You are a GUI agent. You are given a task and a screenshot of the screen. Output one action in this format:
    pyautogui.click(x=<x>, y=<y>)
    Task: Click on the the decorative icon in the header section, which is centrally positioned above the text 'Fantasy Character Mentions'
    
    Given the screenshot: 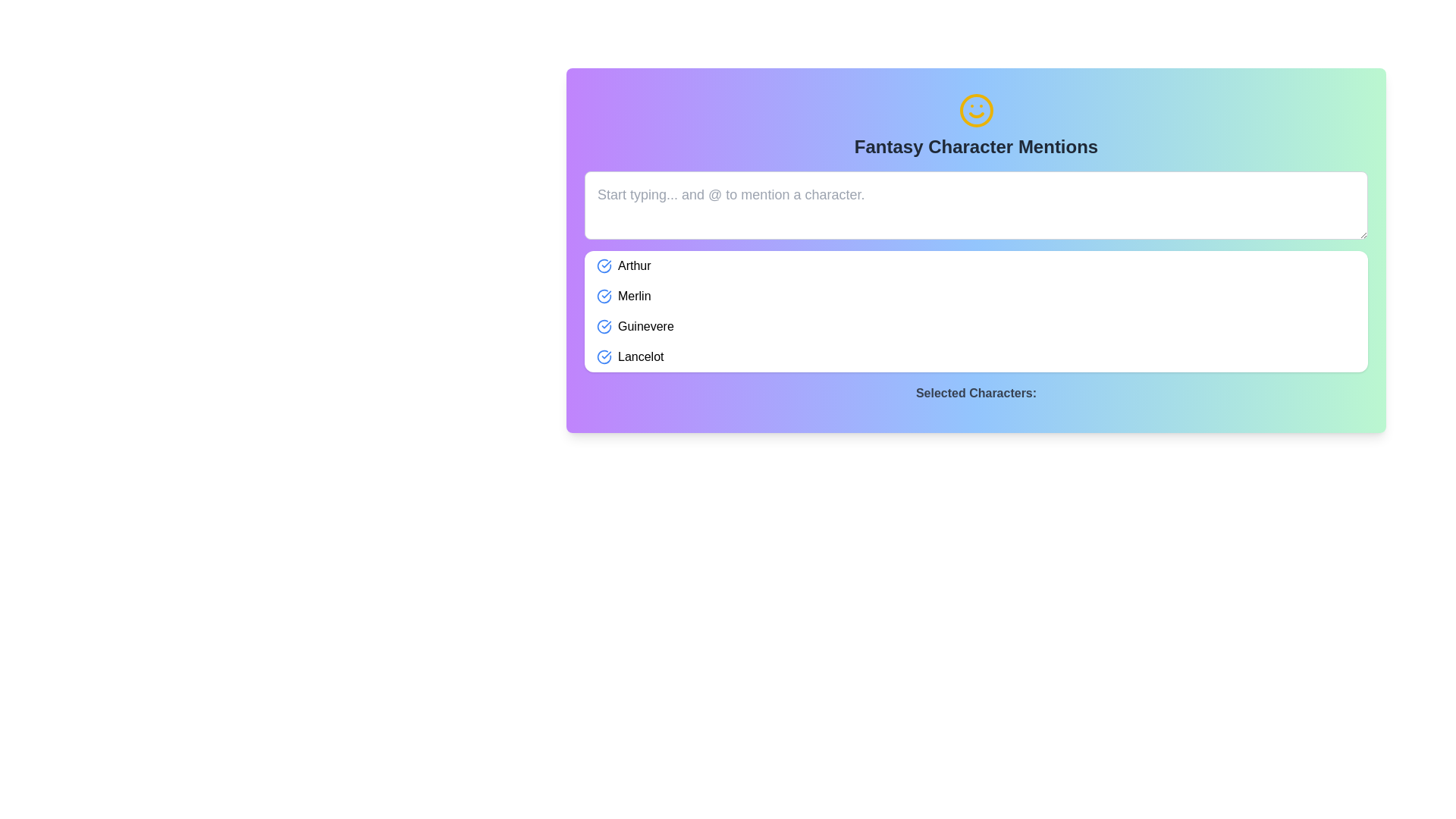 What is the action you would take?
    pyautogui.click(x=976, y=110)
    